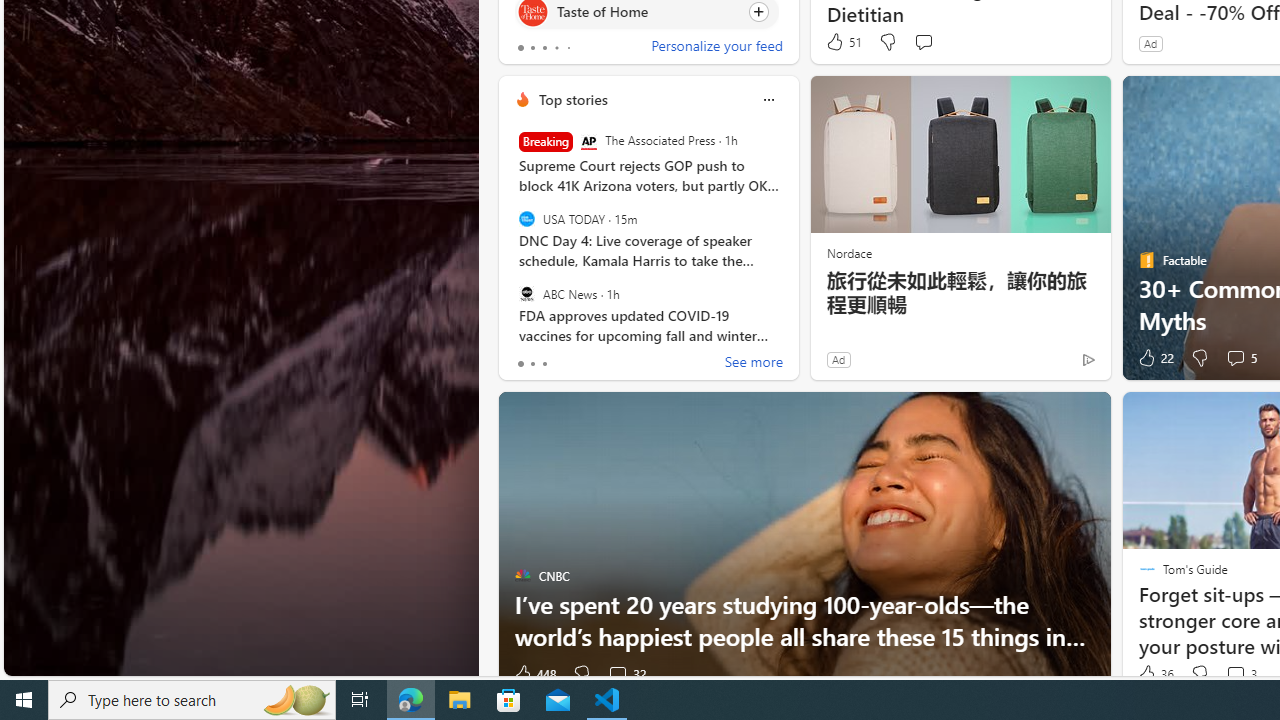 This screenshot has height=720, width=1280. Describe the element at coordinates (567, 46) in the screenshot. I see `'tab-4'` at that location.